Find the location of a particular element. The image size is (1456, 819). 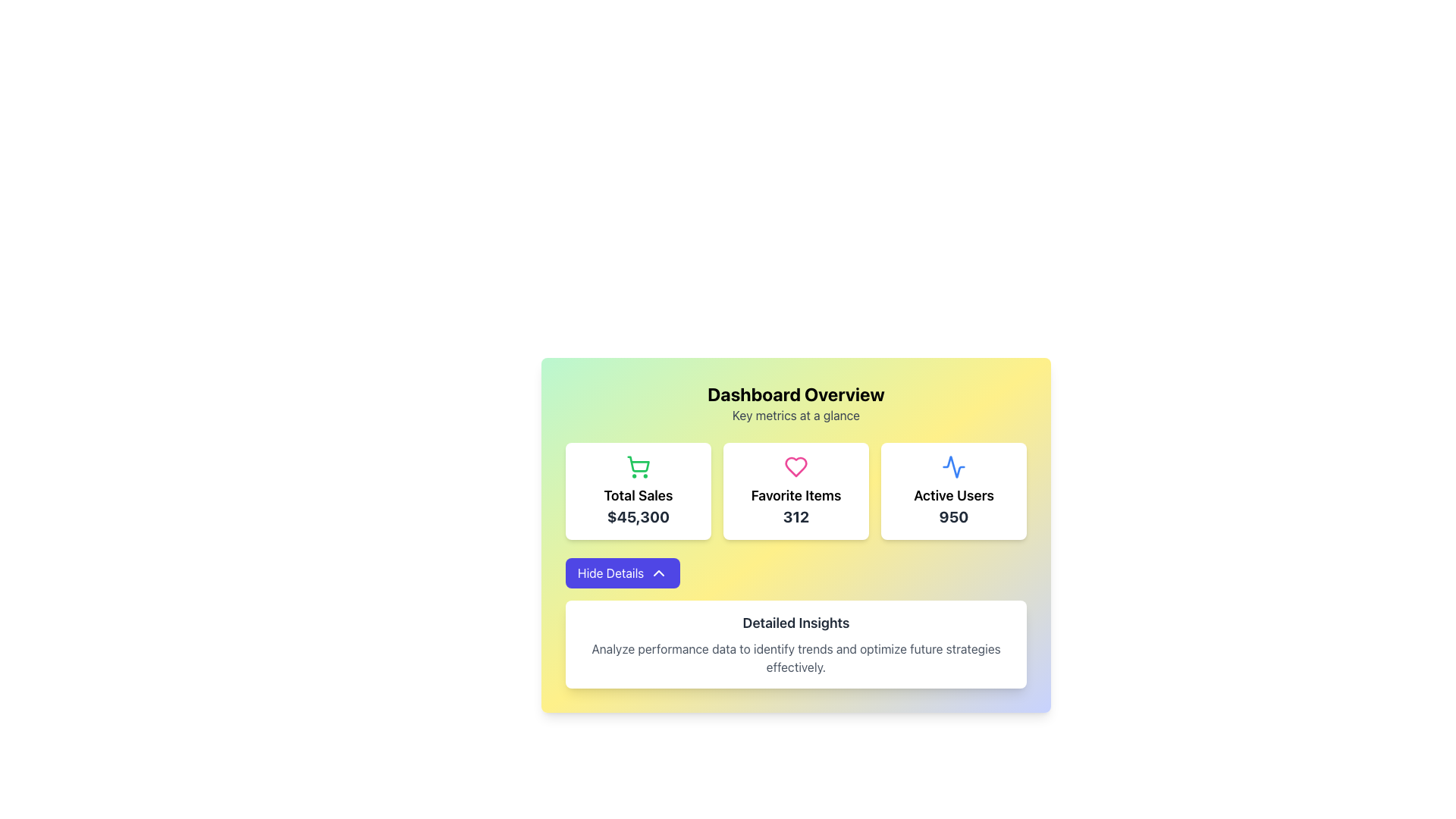

the informational text located in the 'Detailed Insights' section, positioned just below the heading, which provides additional context about the insights is located at coordinates (795, 657).